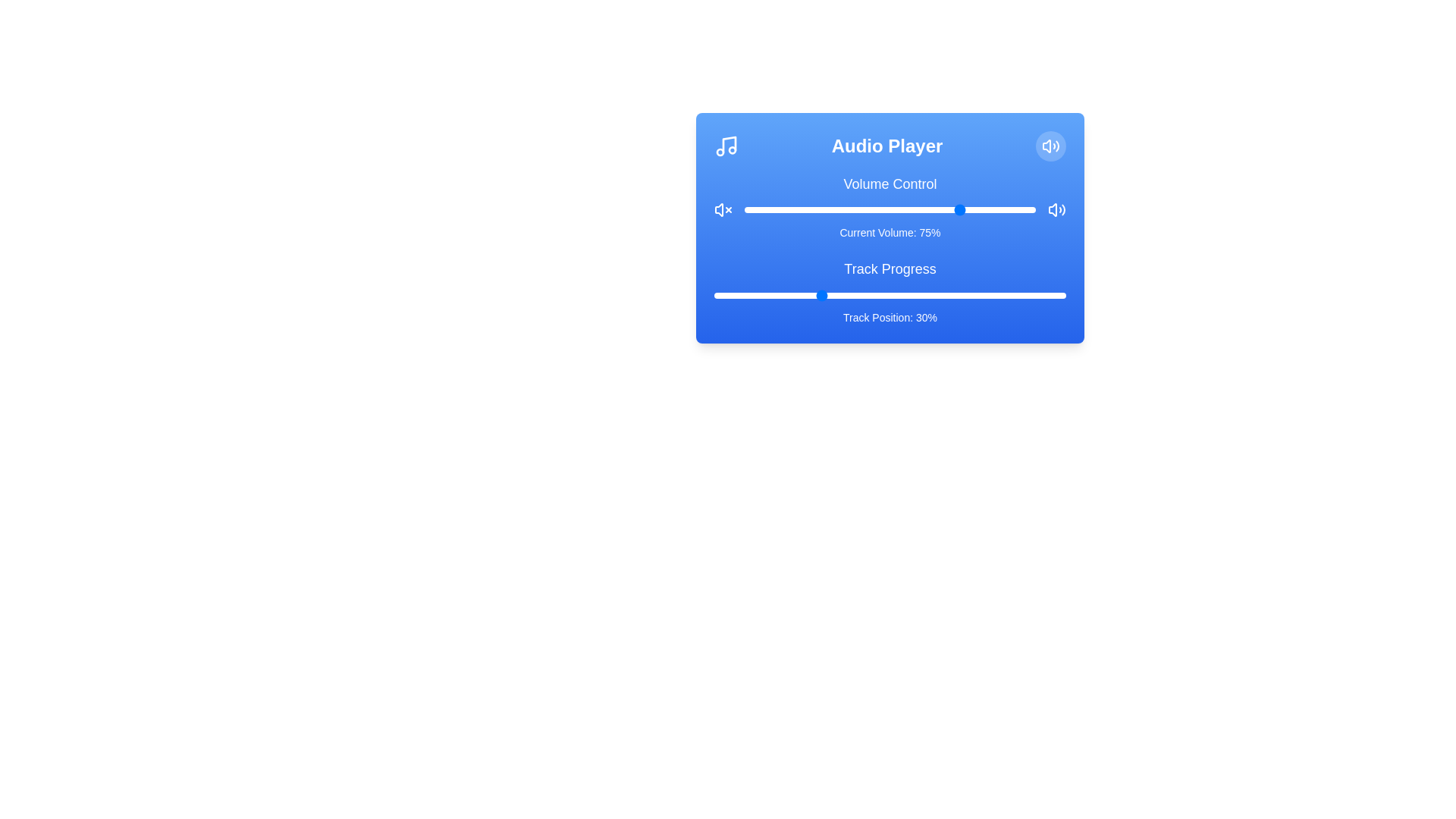 This screenshot has height=819, width=1456. I want to click on the volume control icon located in the top right corner of the audio player interface card, so click(1050, 146).